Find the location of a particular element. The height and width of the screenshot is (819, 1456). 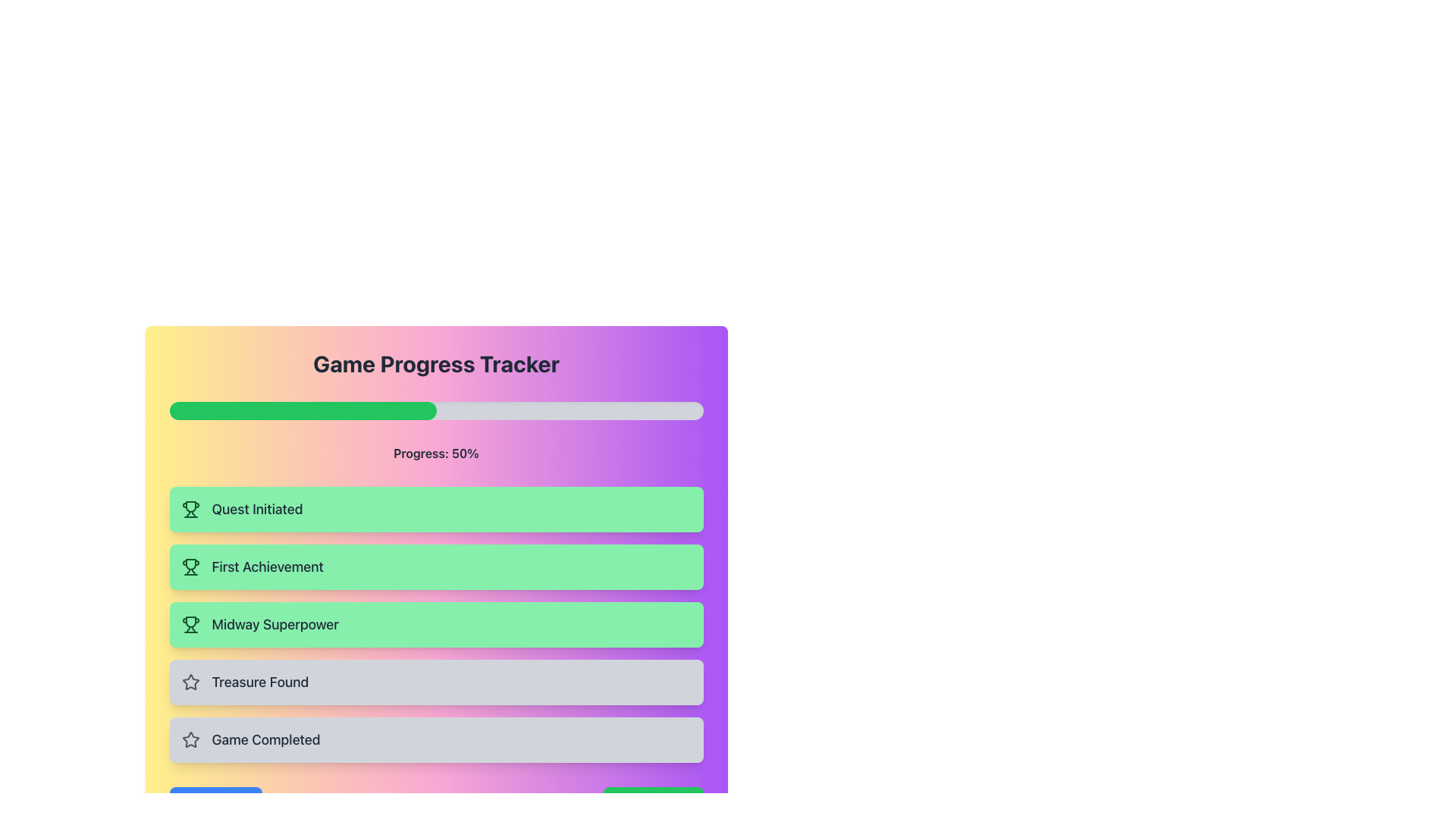

the game progress milestone element displaying 'Quest Initiated' in the Game Progress Tracker section by moving the cursor to its center point is located at coordinates (435, 509).